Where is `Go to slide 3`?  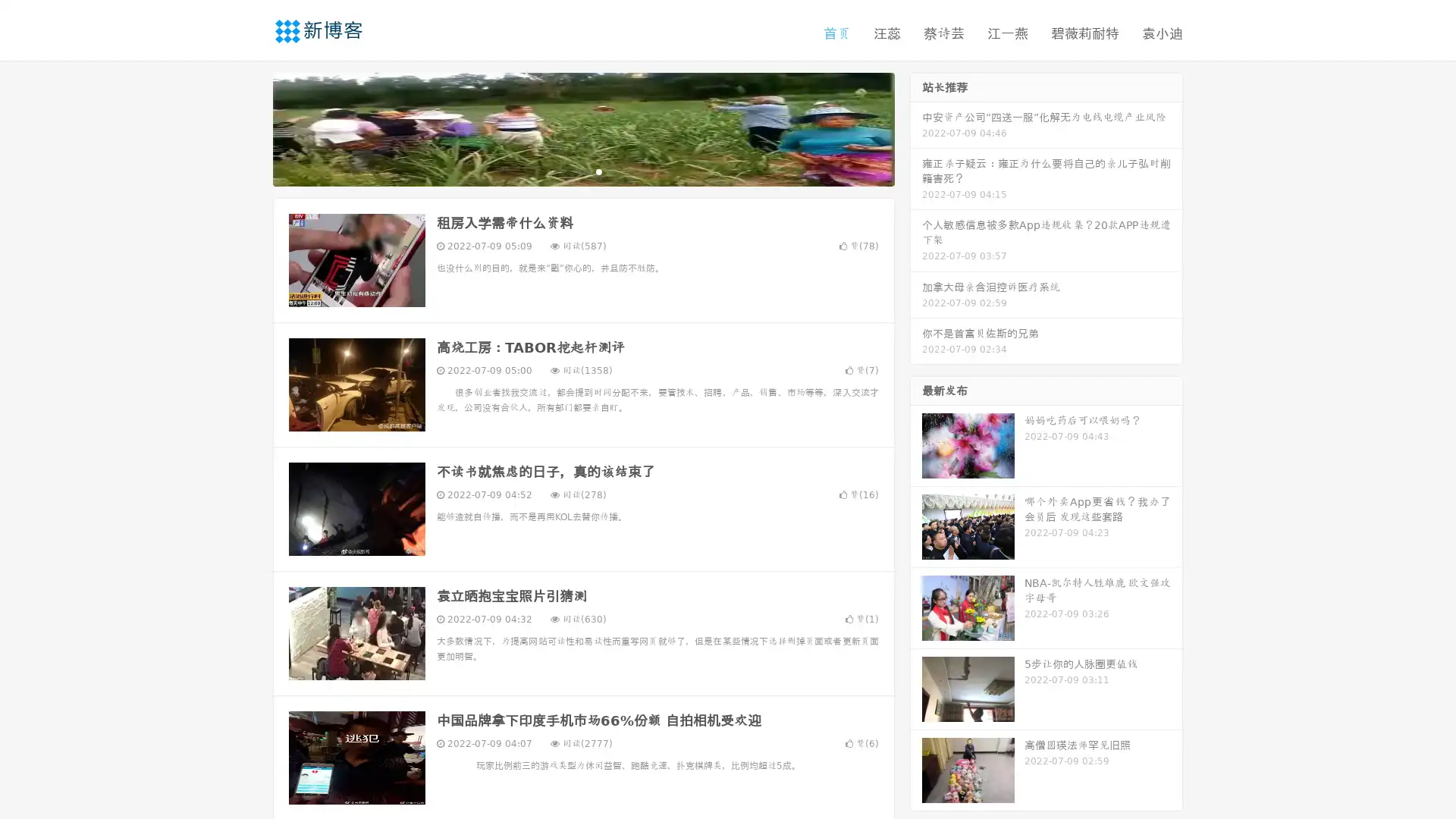 Go to slide 3 is located at coordinates (598, 171).